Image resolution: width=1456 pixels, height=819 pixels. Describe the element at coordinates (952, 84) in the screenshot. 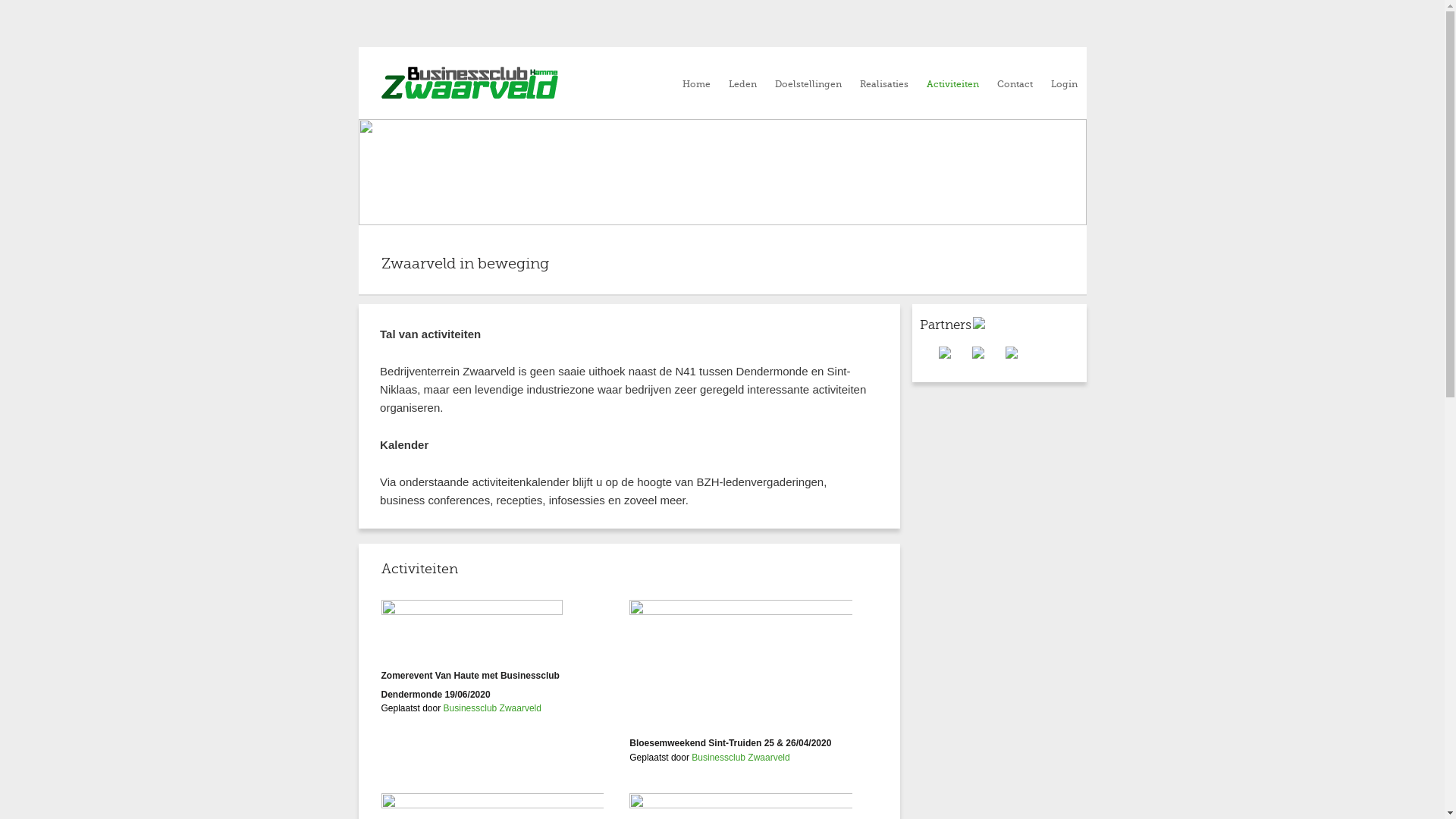

I see `'Activiteiten'` at that location.